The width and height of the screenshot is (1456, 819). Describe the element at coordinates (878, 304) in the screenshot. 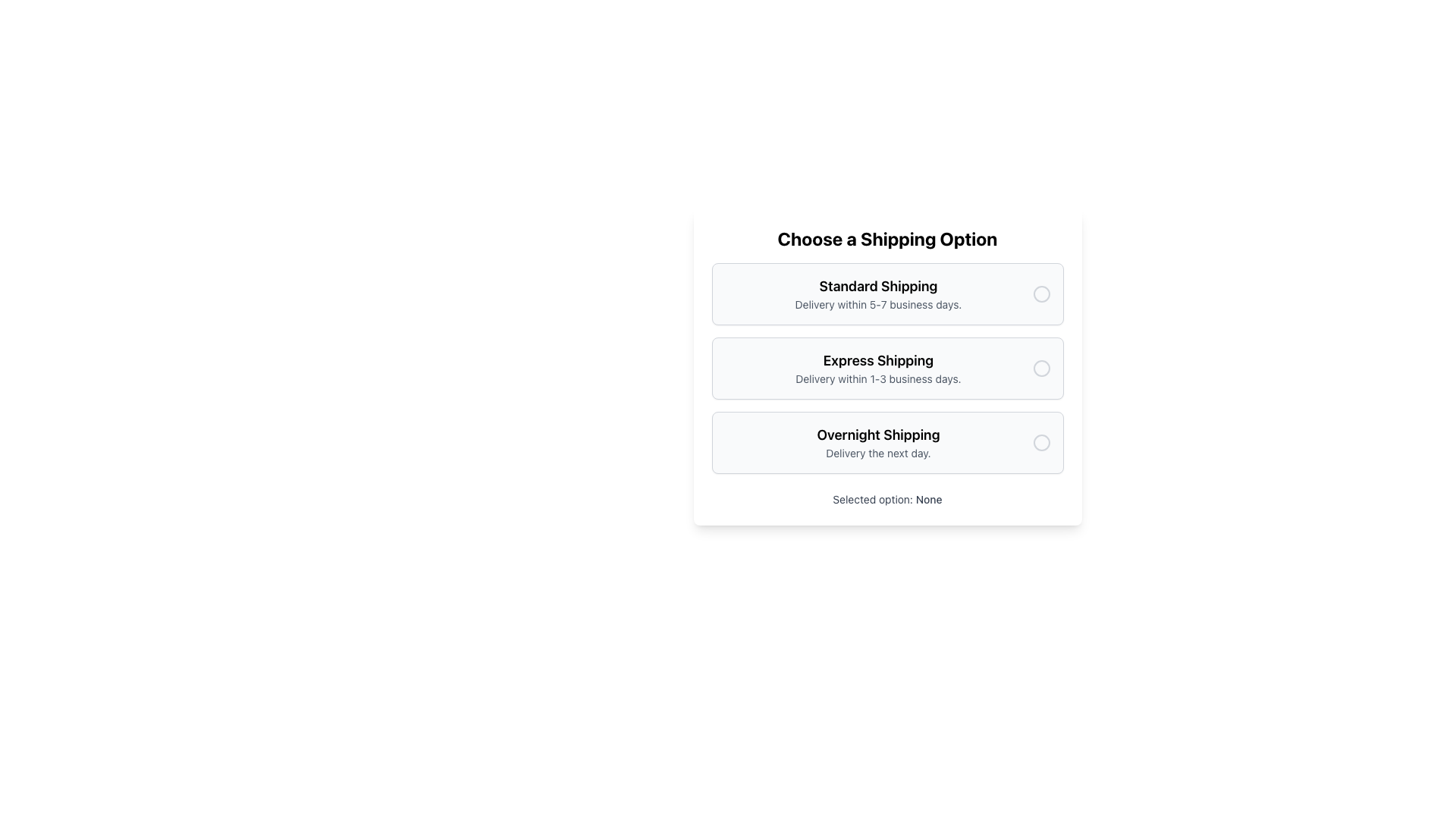

I see `delivery information displayed in the text label that states 'Delivery within 5-7 business days.' This label is styled in light gray and is located beneath the bold 'Standard Shipping' title` at that location.